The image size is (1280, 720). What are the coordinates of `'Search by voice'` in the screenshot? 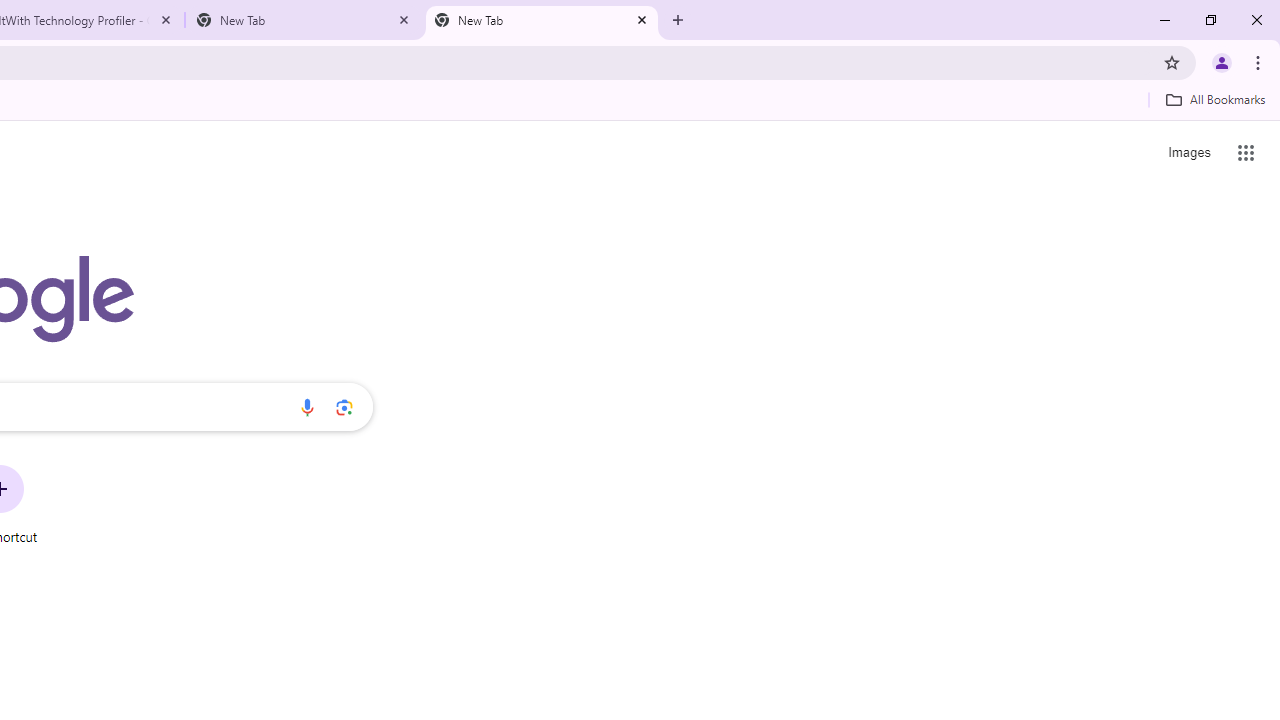 It's located at (306, 406).